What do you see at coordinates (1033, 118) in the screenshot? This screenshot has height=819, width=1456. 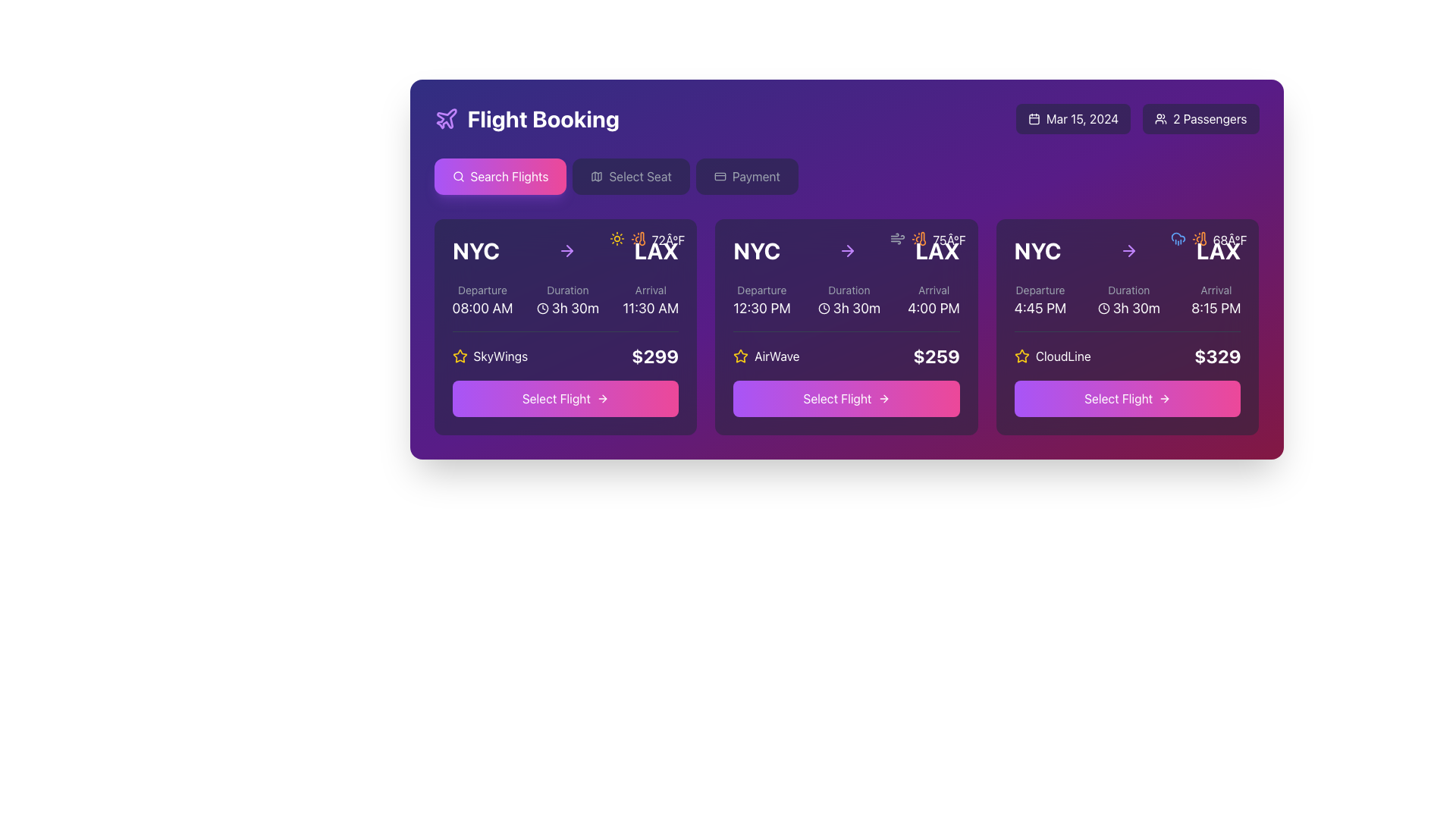 I see `the rounded rectangle element within the calendar icon located in the top-right toolbar, specifically positioned to the left of the date display text 'Mar 15, 2024'` at bounding box center [1033, 118].